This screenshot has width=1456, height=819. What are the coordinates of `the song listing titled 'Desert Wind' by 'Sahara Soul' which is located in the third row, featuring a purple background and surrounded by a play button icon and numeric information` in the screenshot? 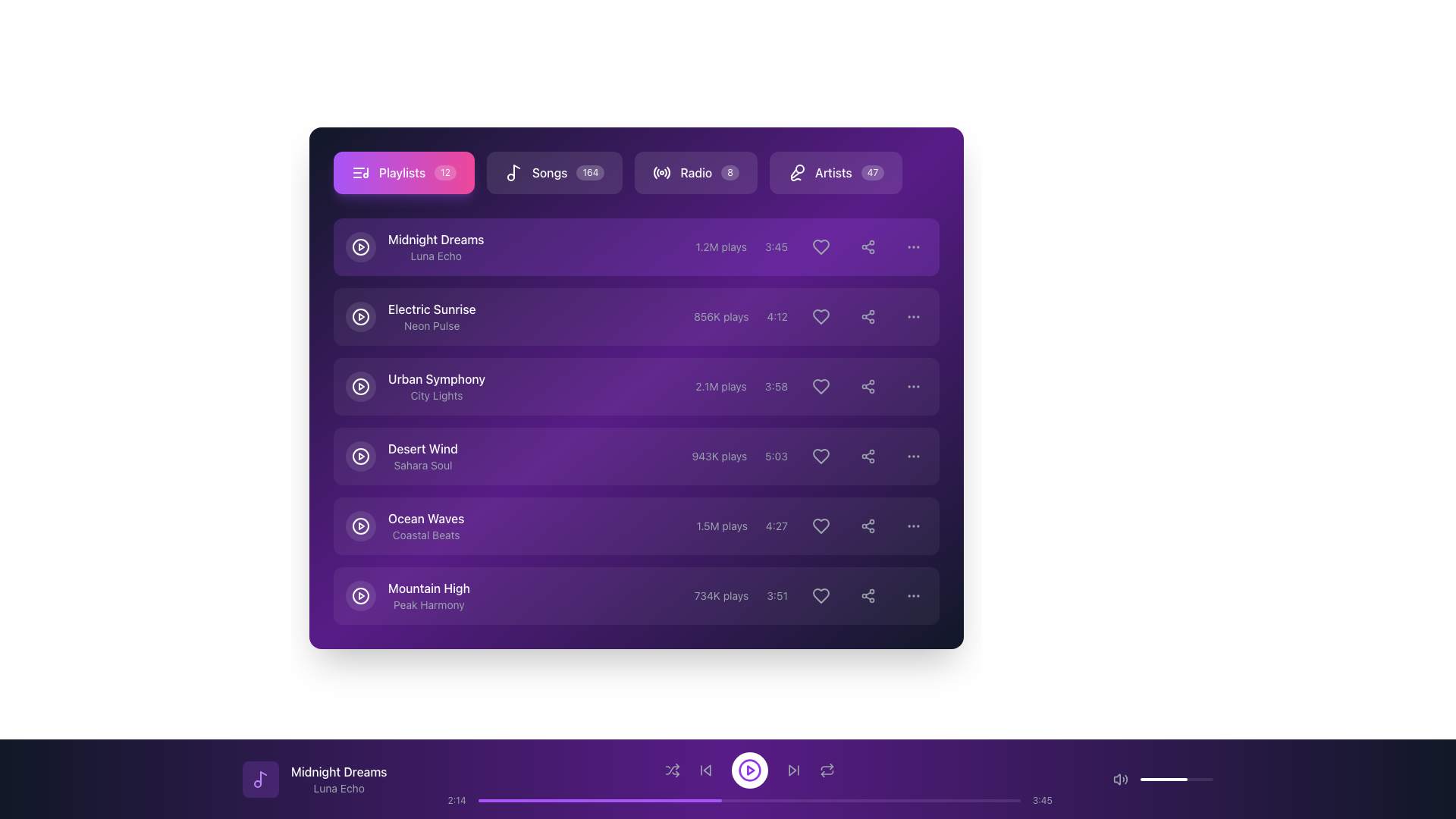 It's located at (422, 455).